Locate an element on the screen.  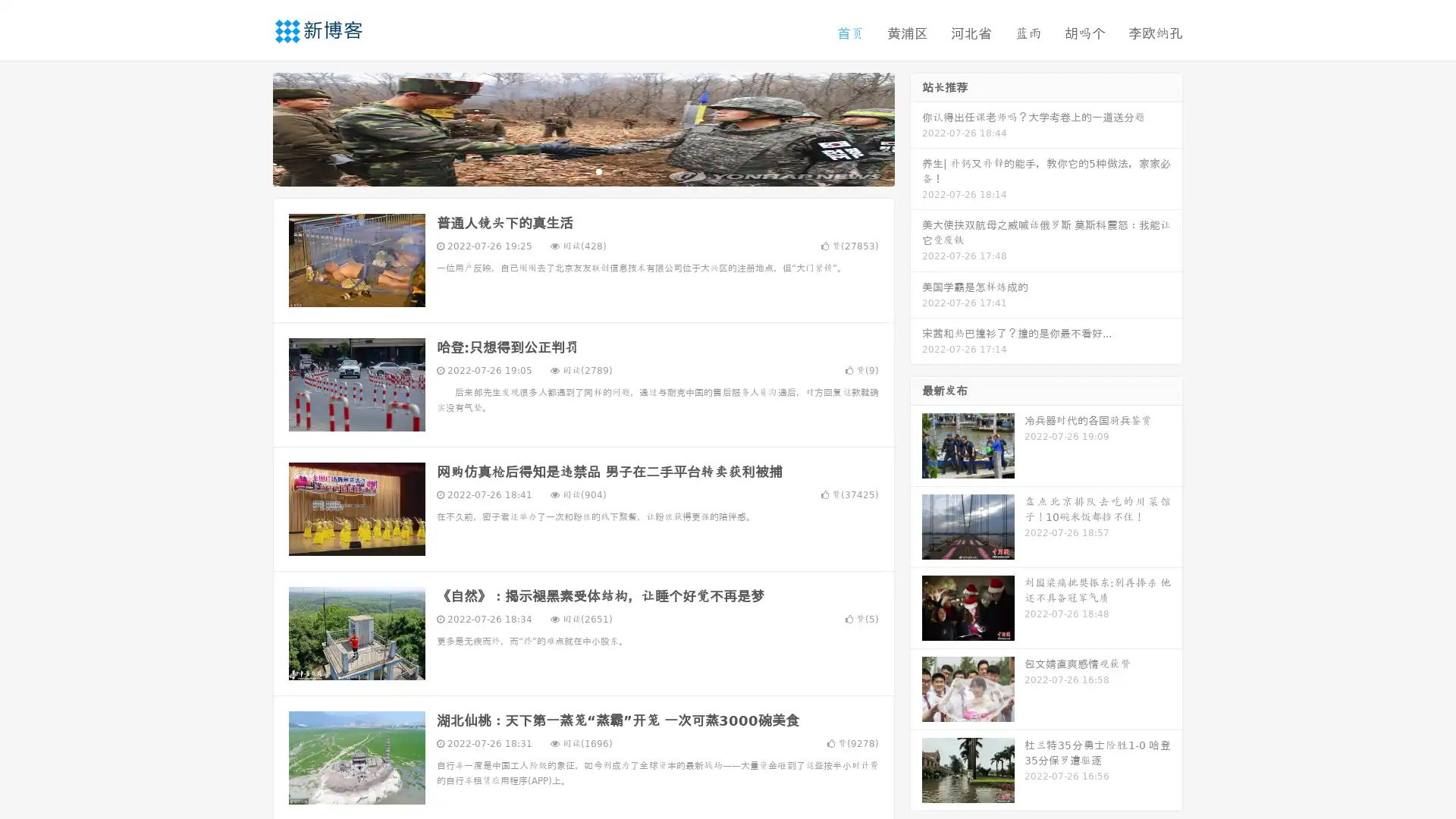
Go to slide 3 is located at coordinates (598, 171).